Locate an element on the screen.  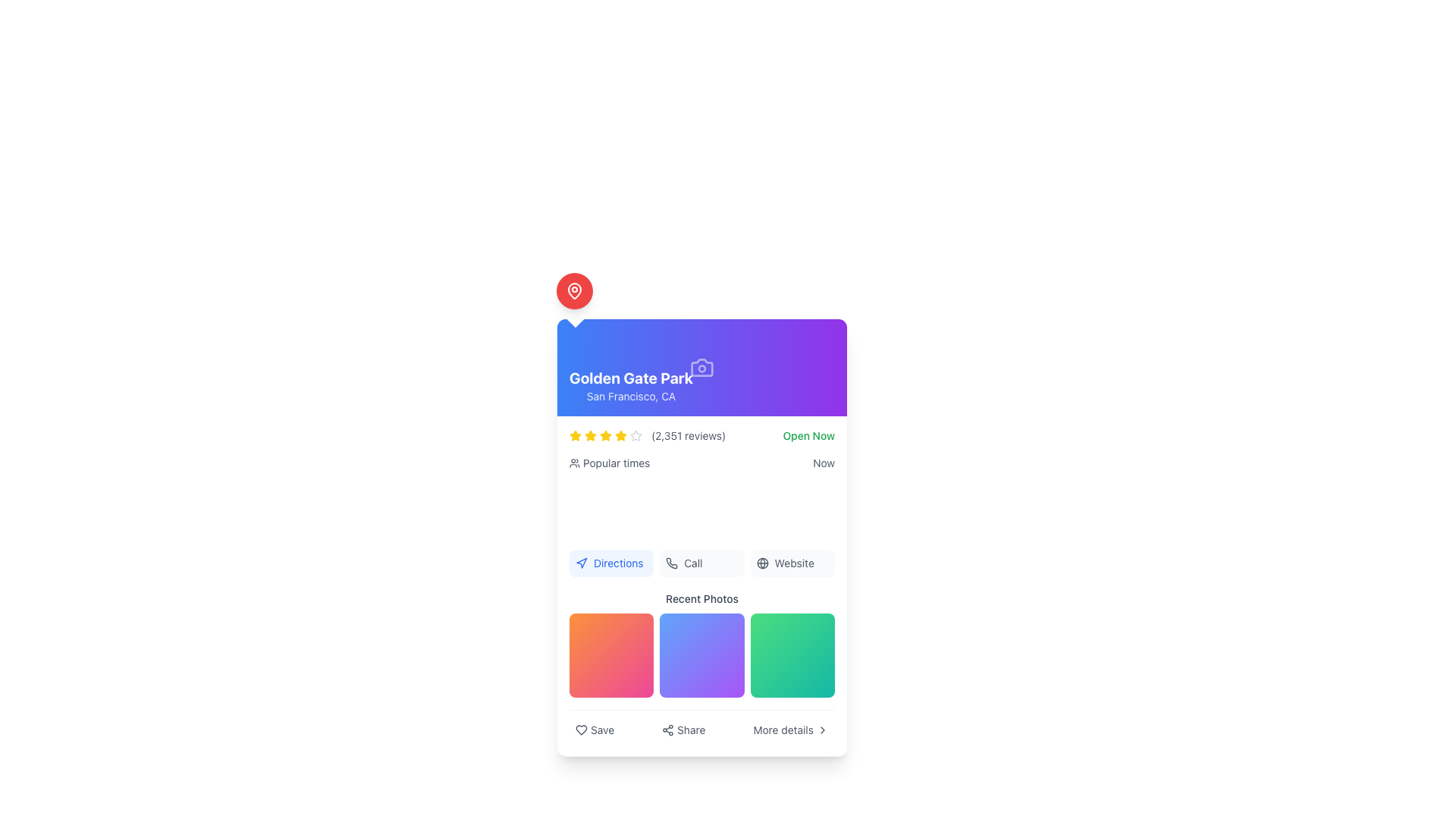
the sharing button located centrally below the 'Recent Photos' section, positioned between the 'Save' button on the left and the 'More details' button on the right is located at coordinates (682, 730).